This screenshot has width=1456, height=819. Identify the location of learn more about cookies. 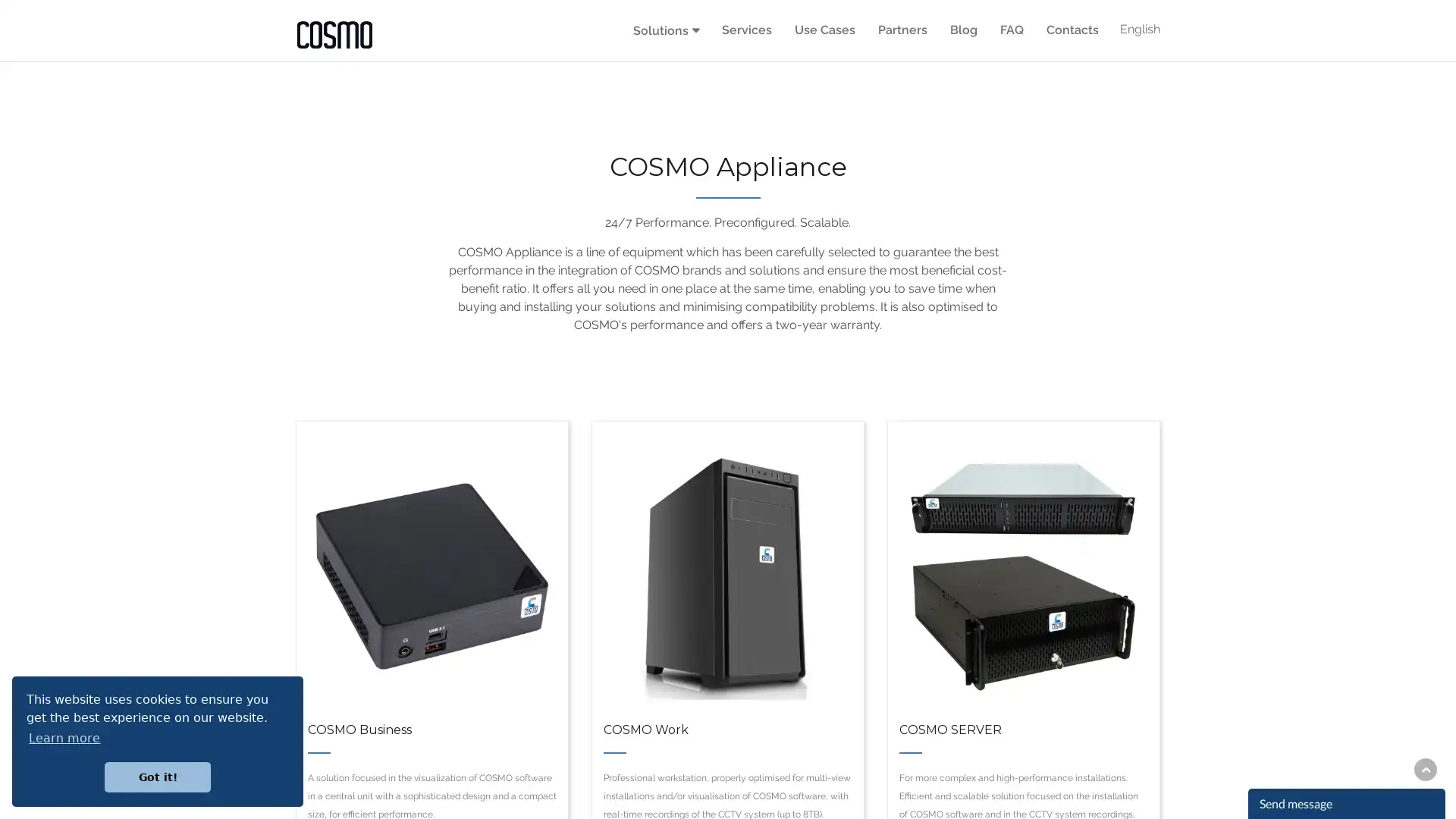
(64, 737).